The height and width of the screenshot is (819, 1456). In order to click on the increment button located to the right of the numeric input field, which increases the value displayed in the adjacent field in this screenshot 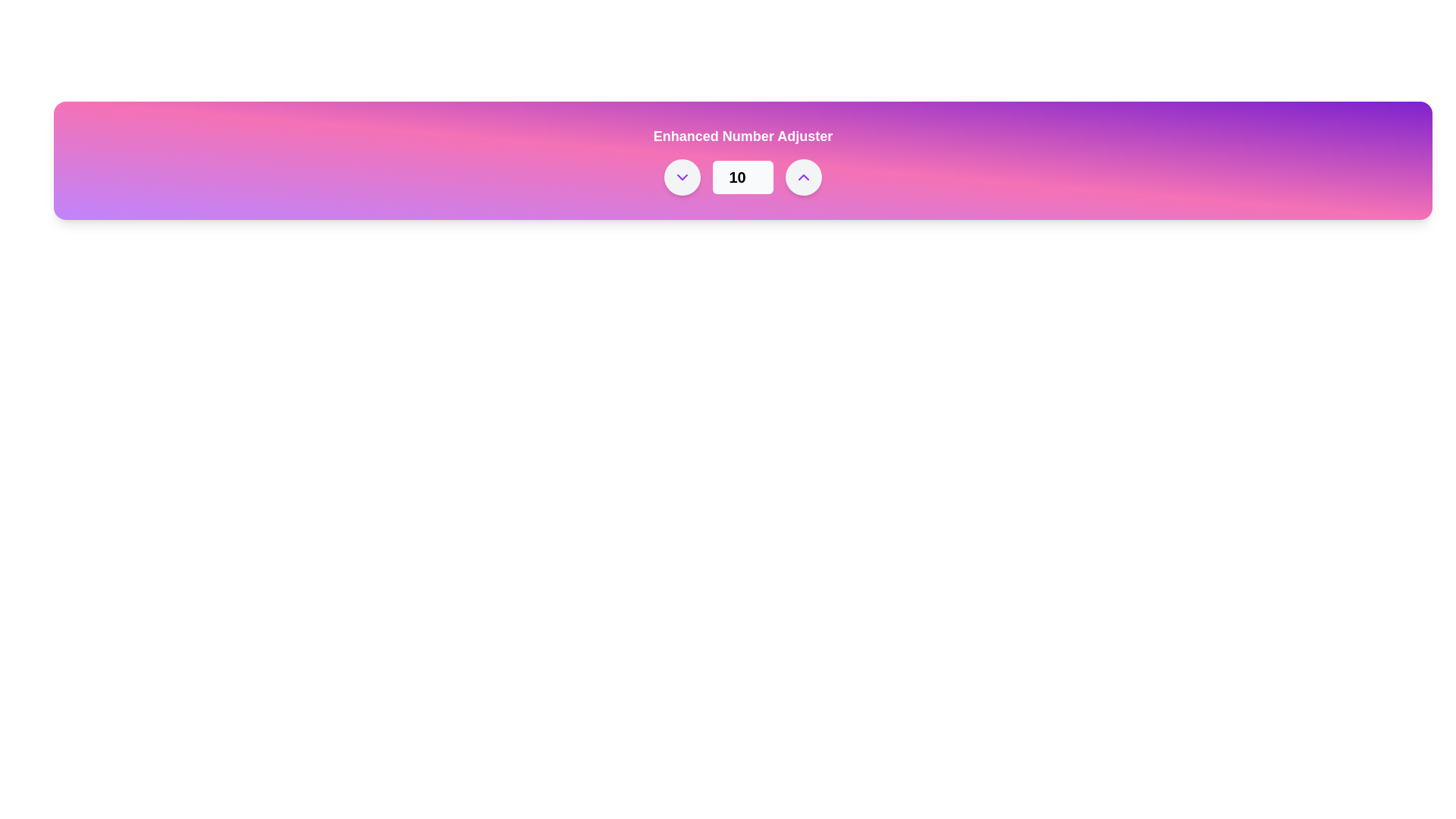, I will do `click(803, 177)`.